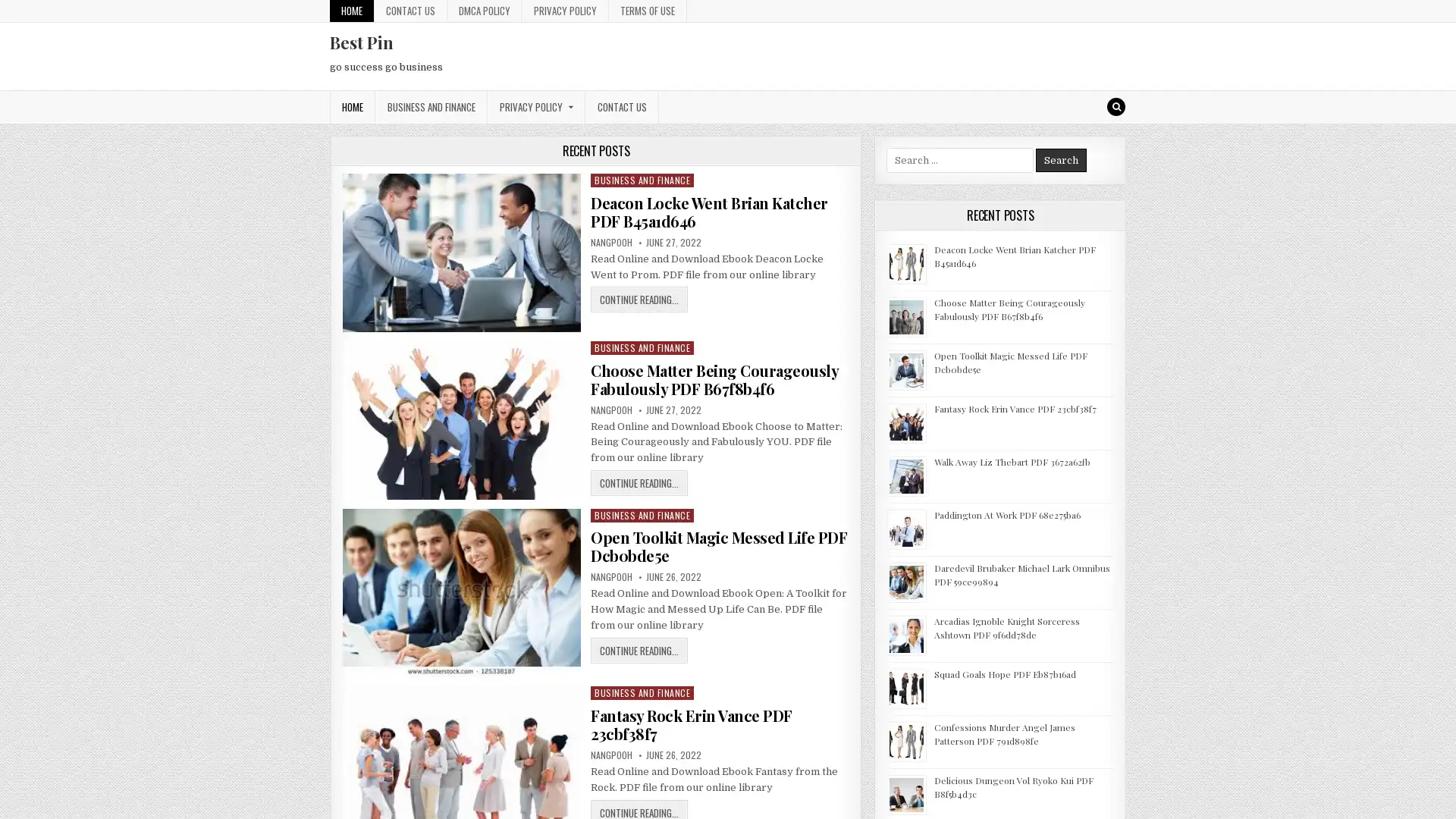  What do you see at coordinates (1060, 160) in the screenshot?
I see `Search` at bounding box center [1060, 160].